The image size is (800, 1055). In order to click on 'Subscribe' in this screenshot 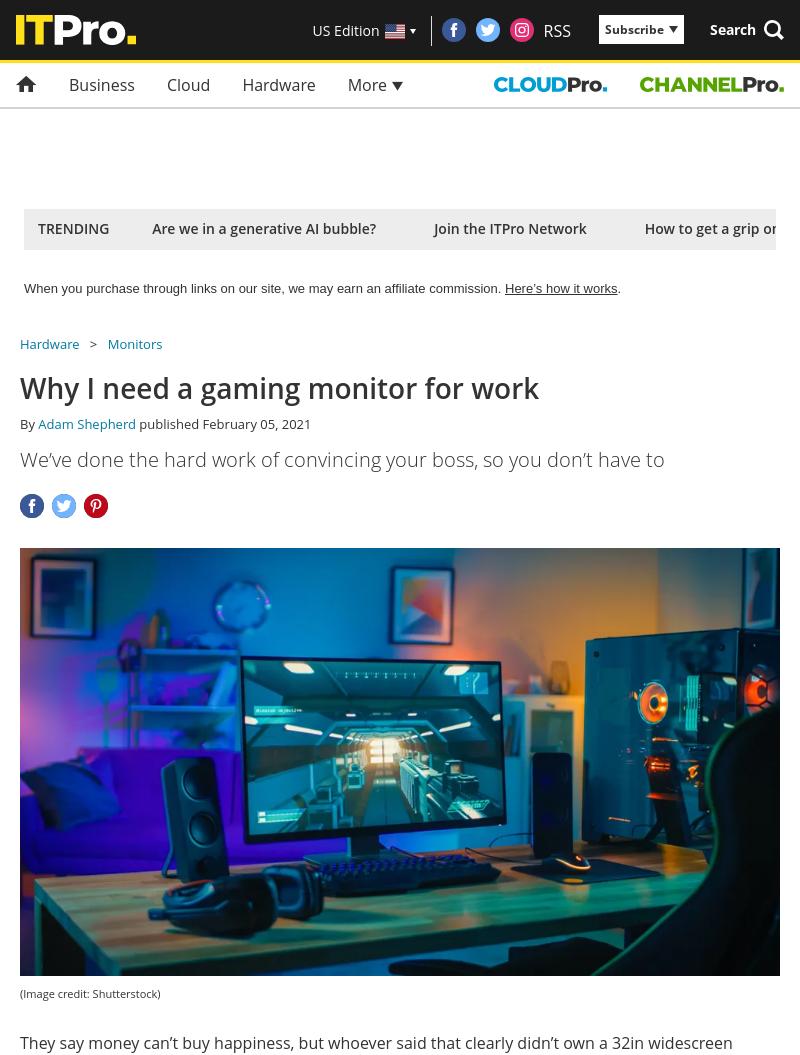, I will do `click(633, 29)`.